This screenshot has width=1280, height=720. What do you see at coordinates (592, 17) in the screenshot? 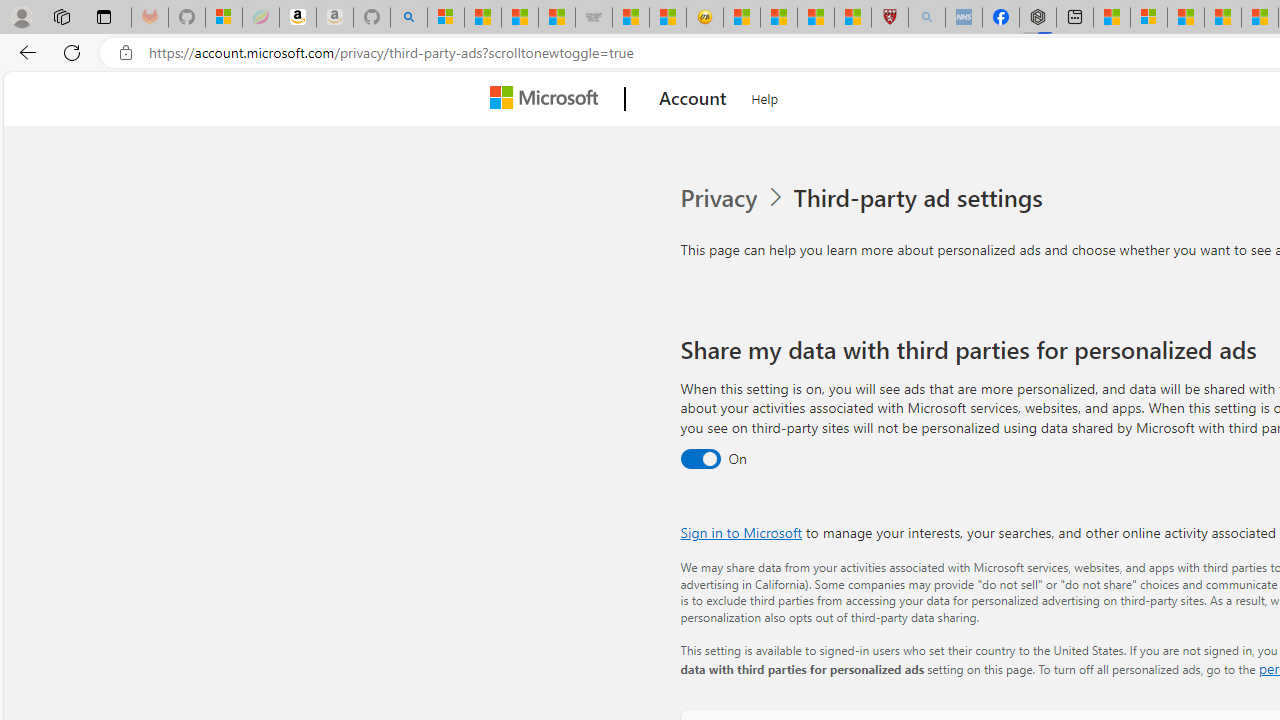
I see `'Combat Siege'` at bounding box center [592, 17].